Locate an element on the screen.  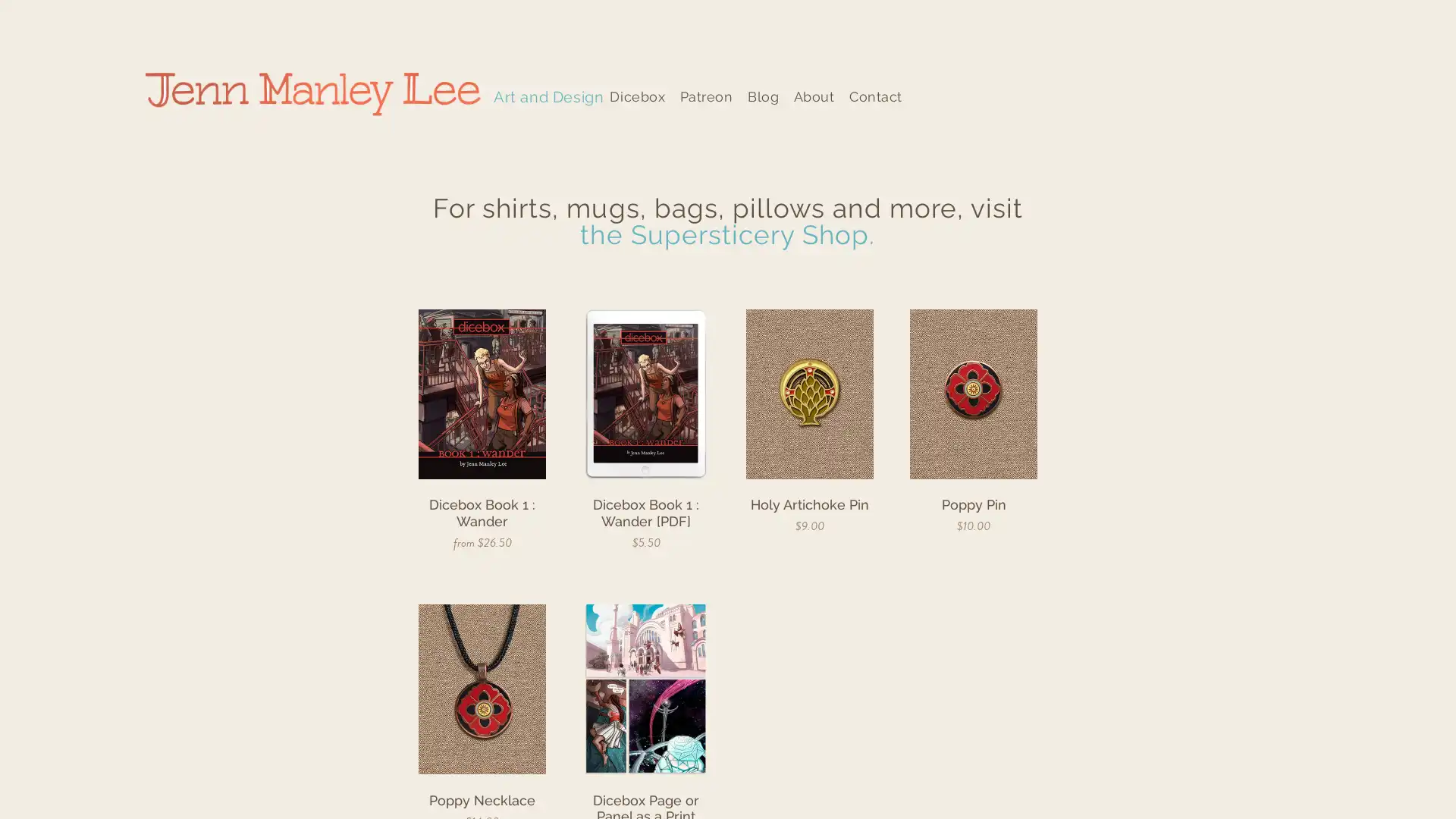
QUICK VIEW is located at coordinates (973, 503).